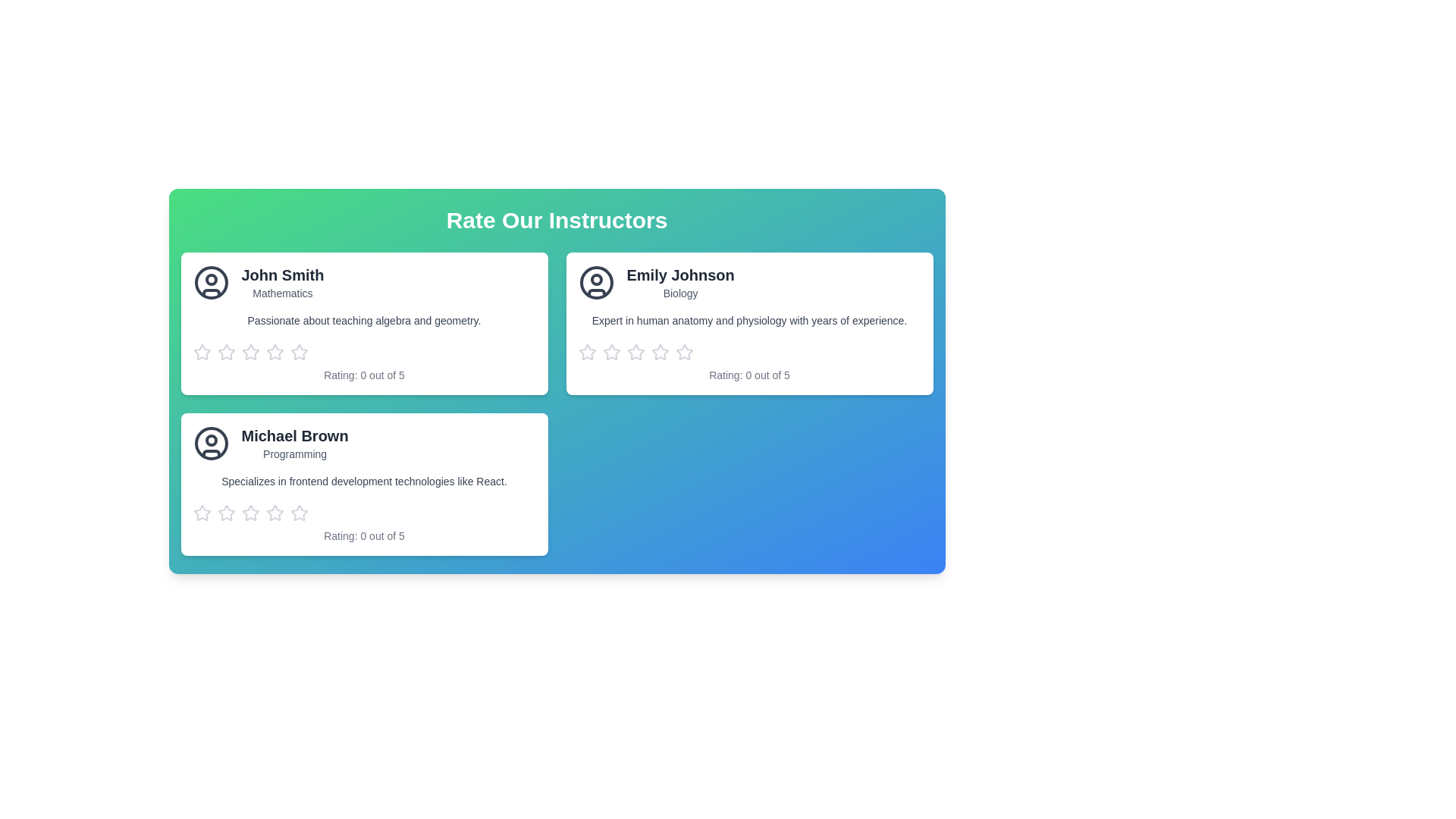 The image size is (1456, 819). I want to click on the third star icon in the rating section of the instructor card labeled 'Michael Brown - Programming', so click(299, 512).